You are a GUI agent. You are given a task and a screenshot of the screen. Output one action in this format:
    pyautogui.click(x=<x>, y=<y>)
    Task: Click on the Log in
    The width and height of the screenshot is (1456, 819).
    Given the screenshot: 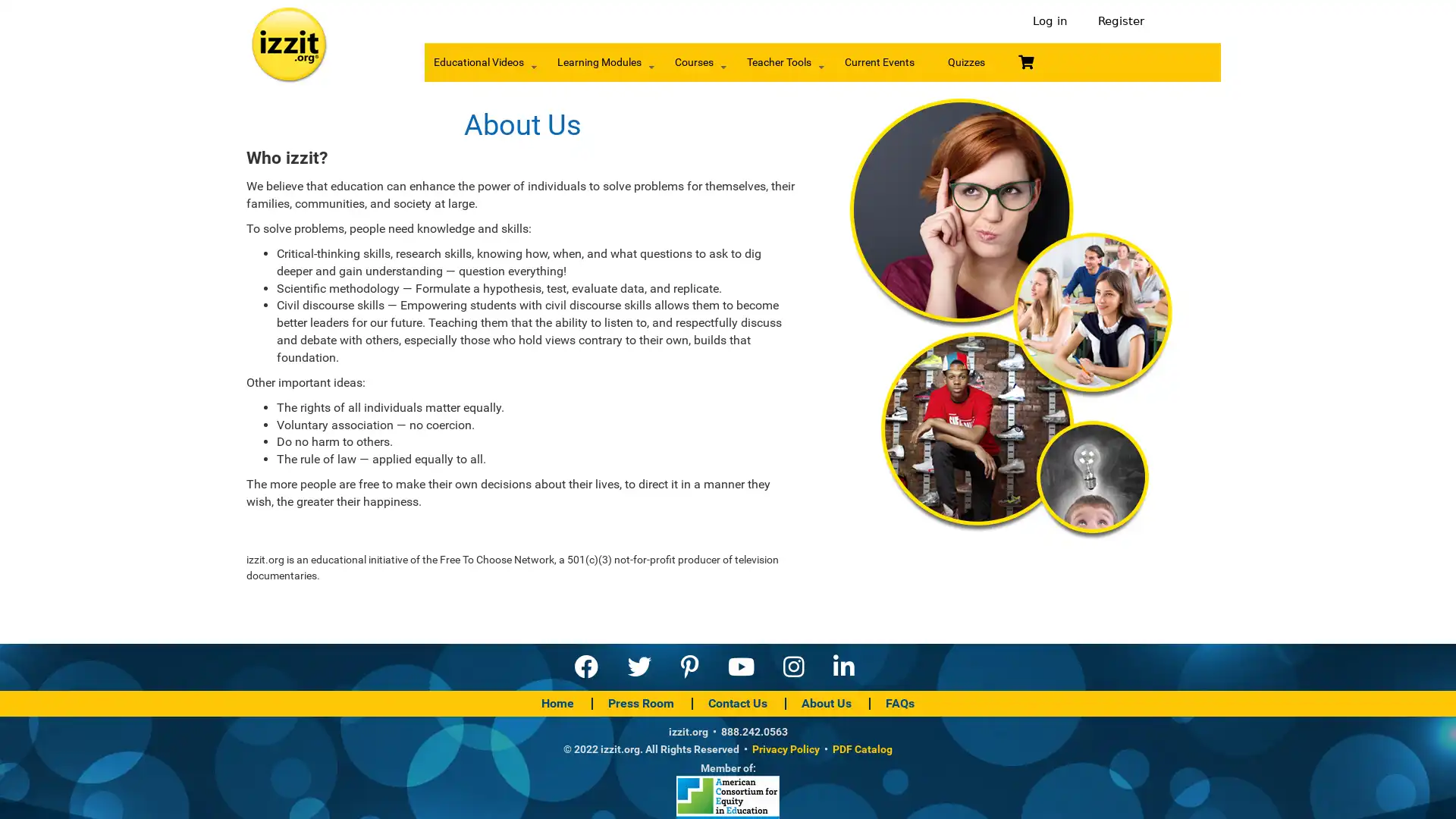 What is the action you would take?
    pyautogui.click(x=1050, y=21)
    